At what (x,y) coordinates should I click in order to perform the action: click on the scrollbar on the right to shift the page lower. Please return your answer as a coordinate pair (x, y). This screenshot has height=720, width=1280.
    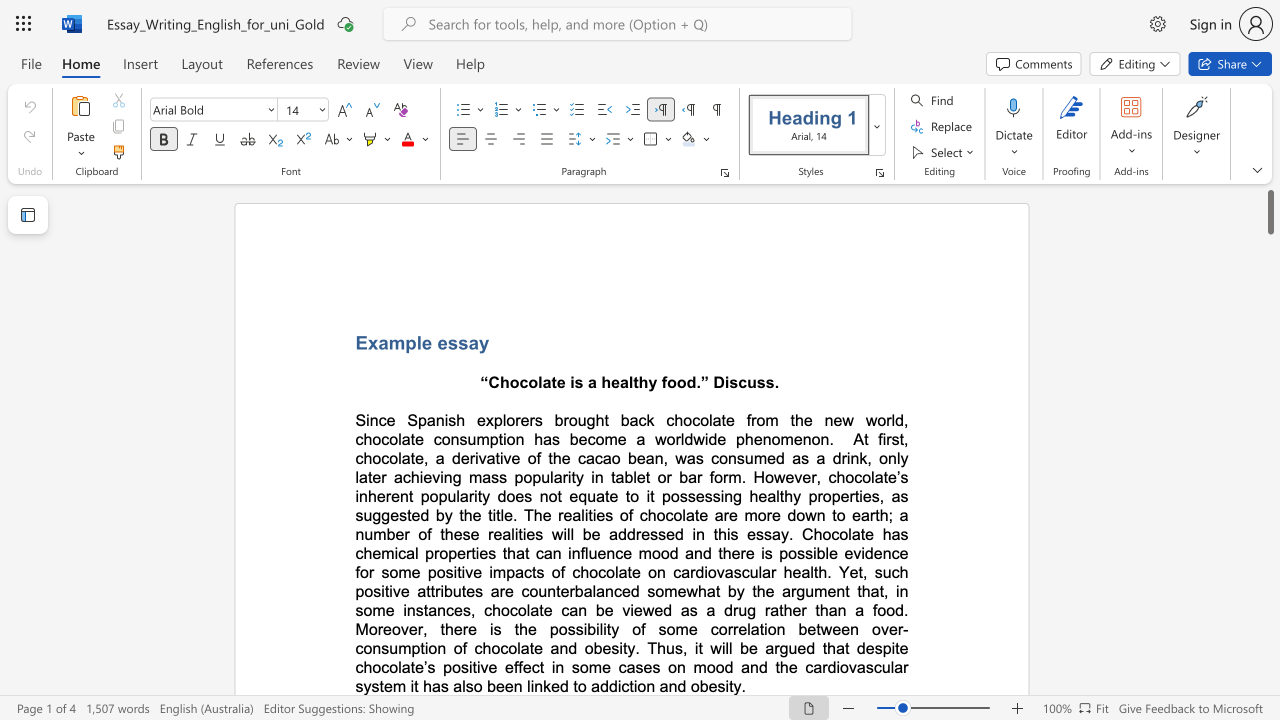
    Looking at the image, I should click on (1269, 470).